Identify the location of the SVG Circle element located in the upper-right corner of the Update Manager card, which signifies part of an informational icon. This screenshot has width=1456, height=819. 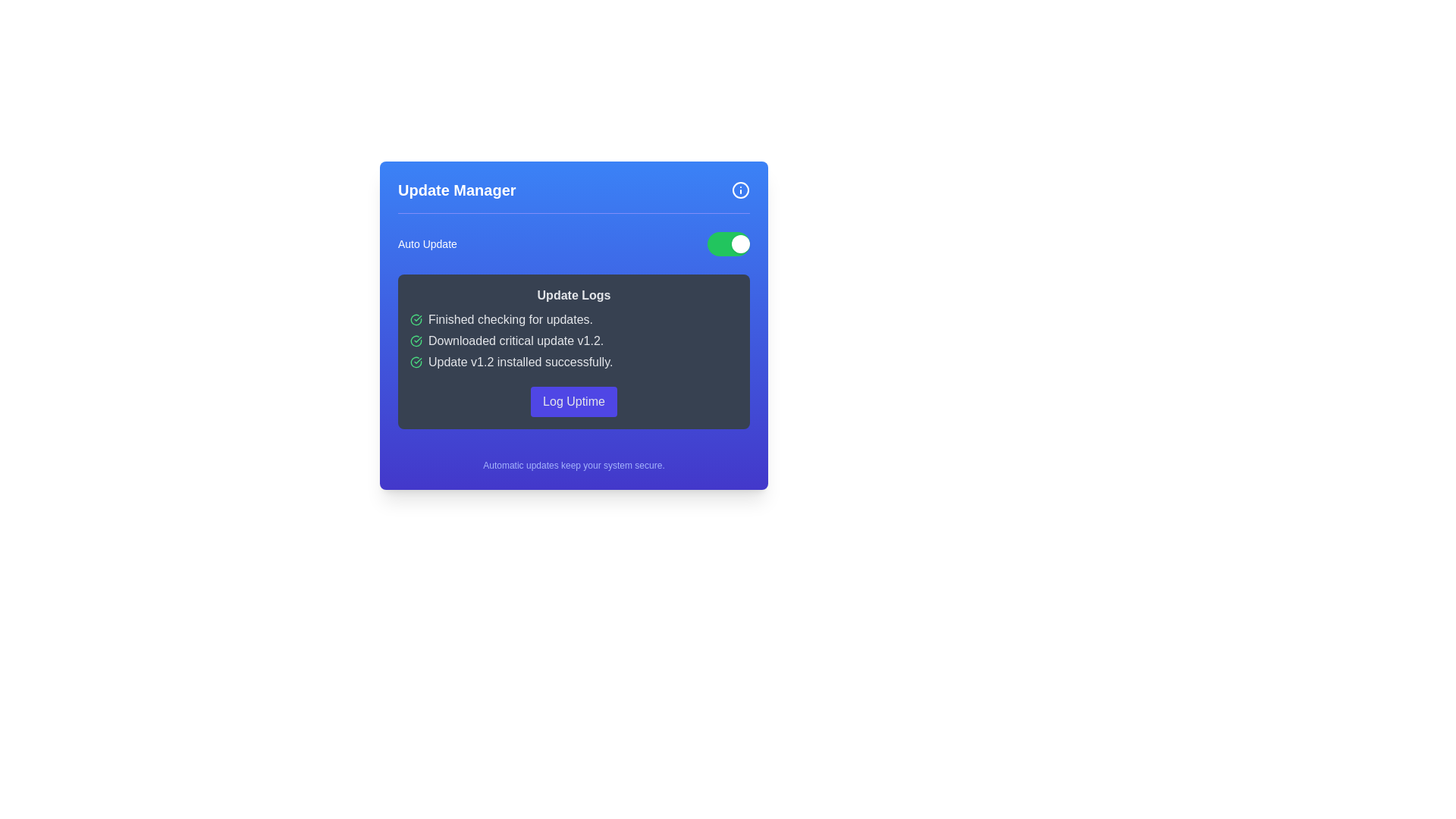
(741, 189).